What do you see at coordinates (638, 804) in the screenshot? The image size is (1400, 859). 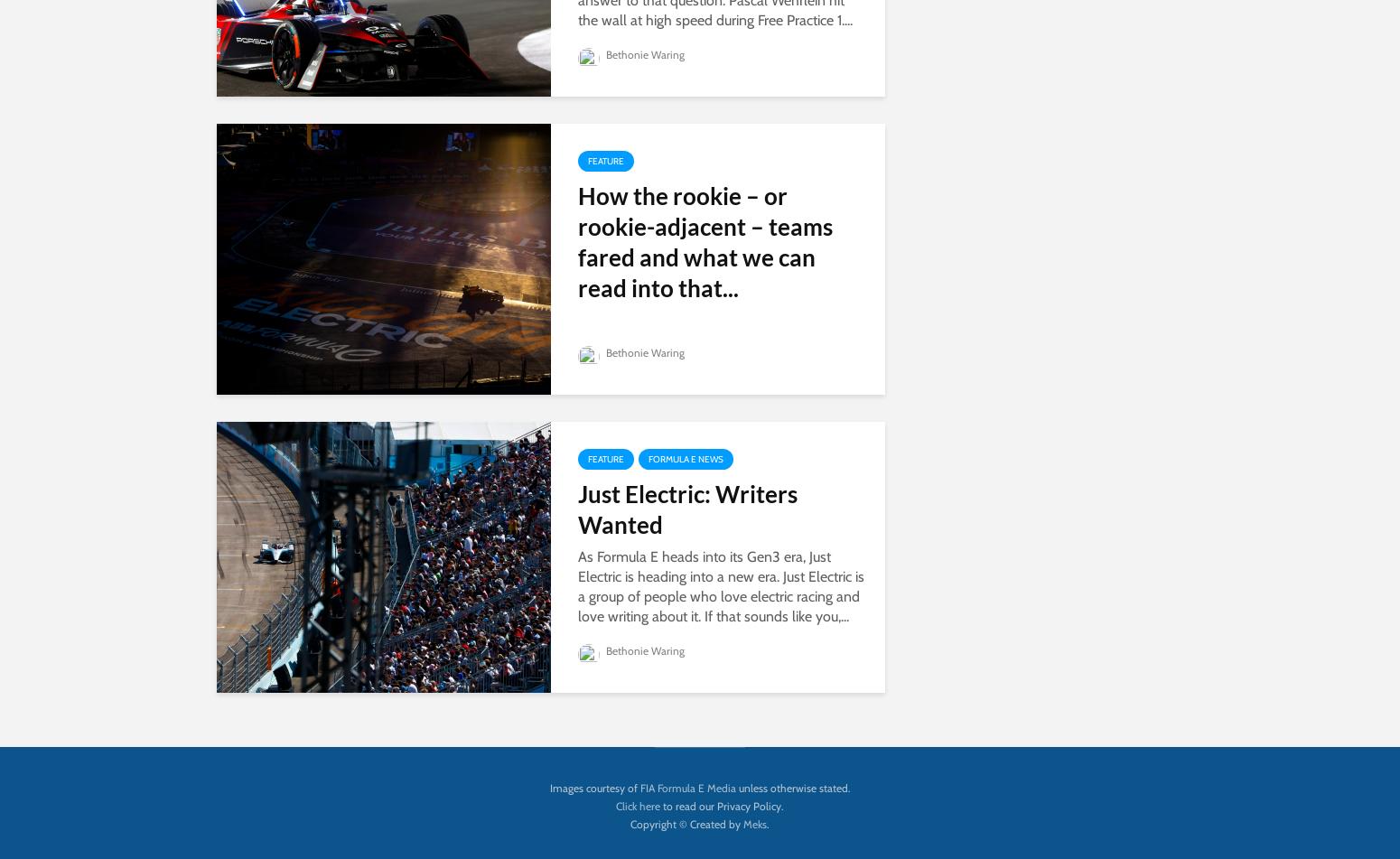 I see `'Click here'` at bounding box center [638, 804].